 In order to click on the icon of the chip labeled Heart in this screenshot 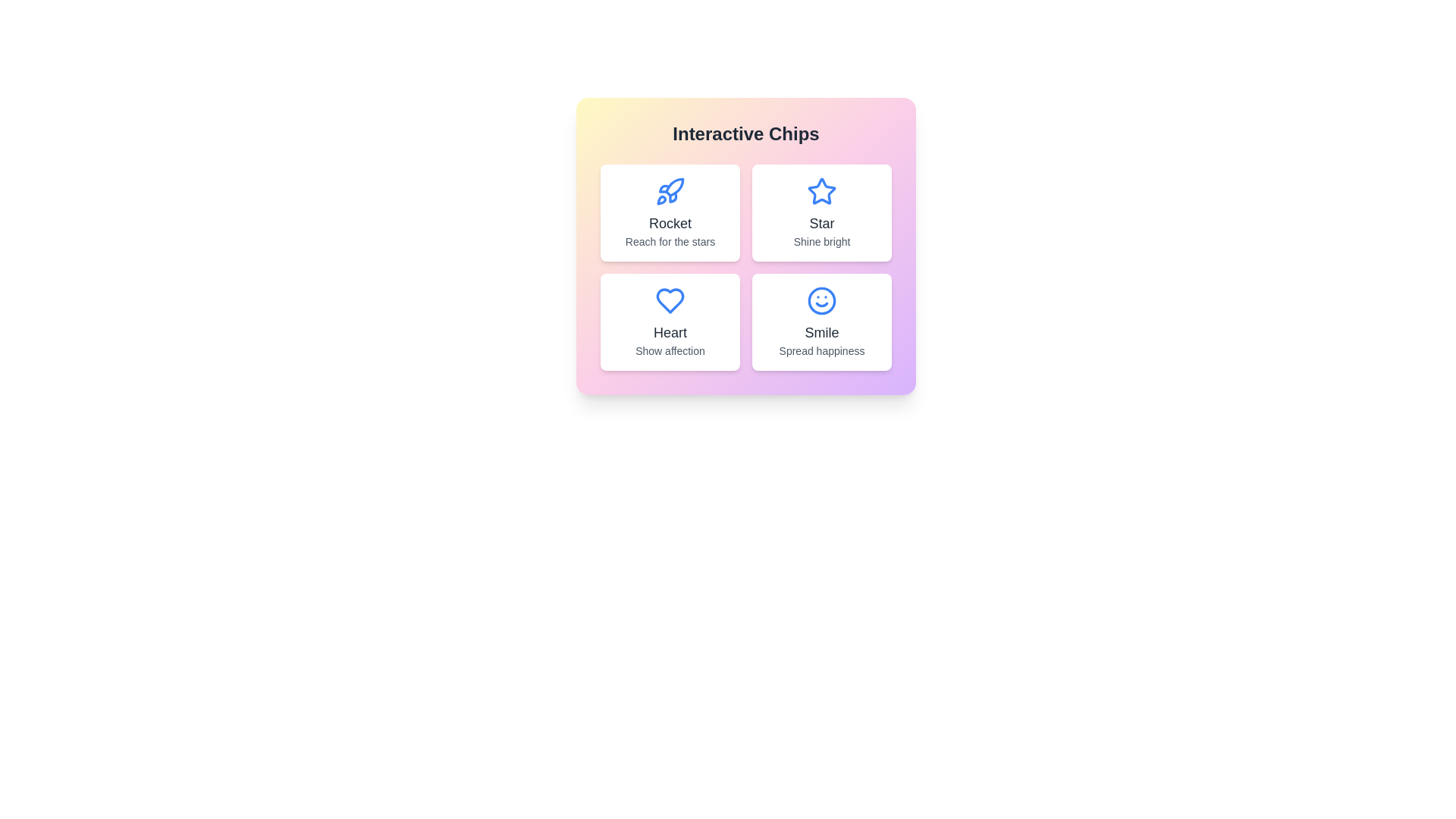, I will do `click(669, 301)`.